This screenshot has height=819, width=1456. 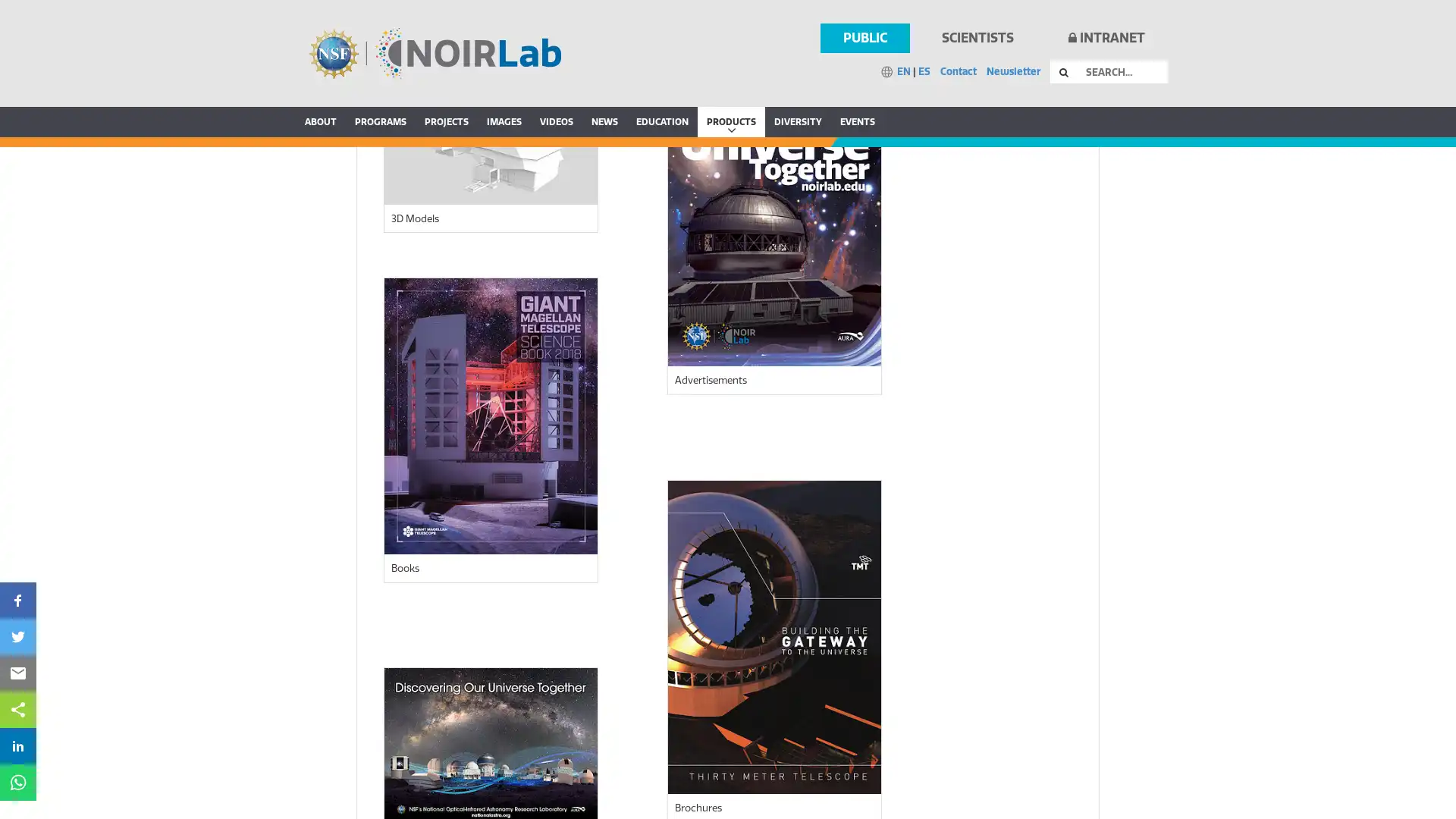 I want to click on INTRANET, so click(x=1106, y=37).